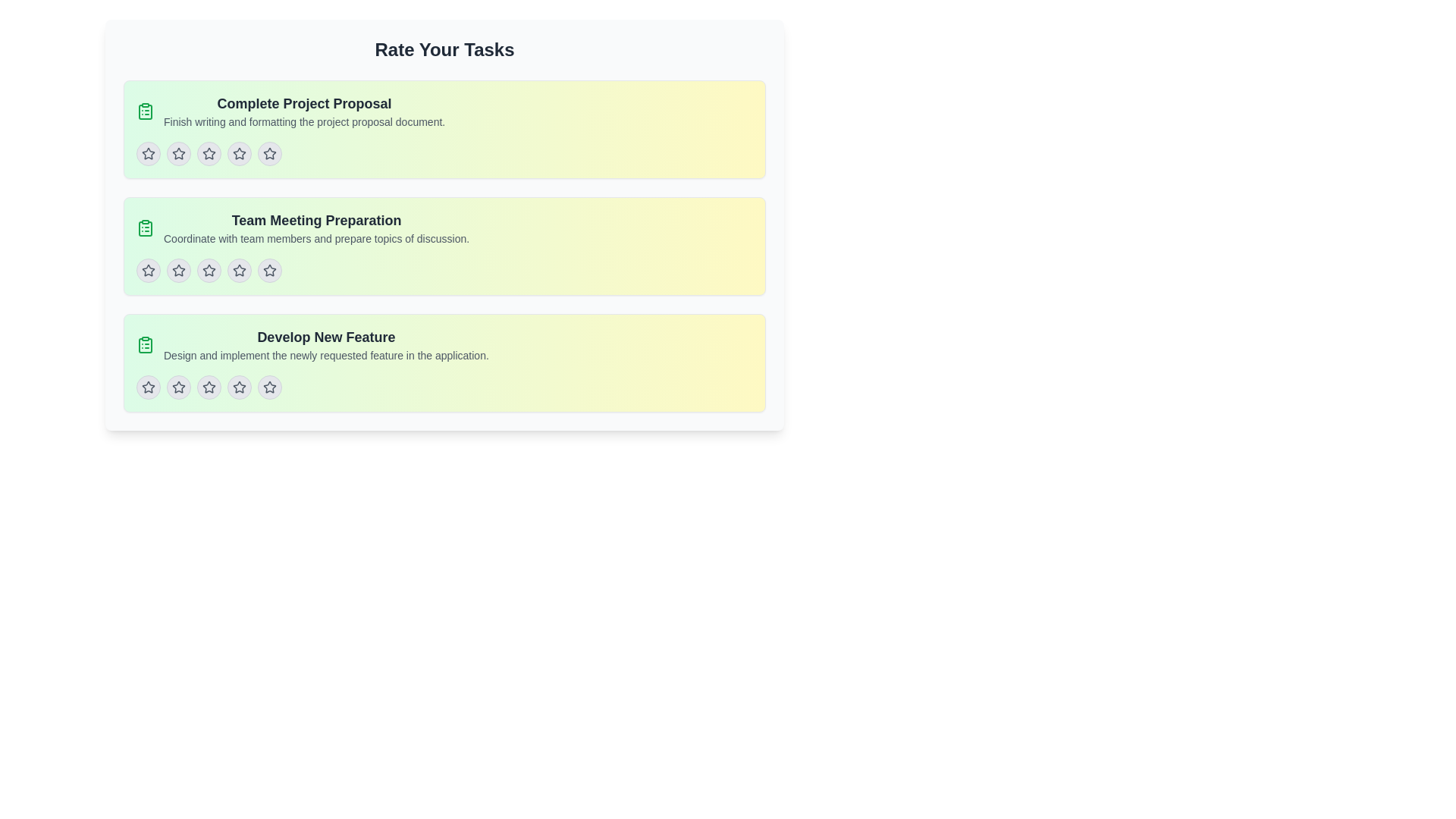 The width and height of the screenshot is (1456, 819). I want to click on the first rating star in the rating section of the 'Develop New Feature' task card, so click(178, 386).